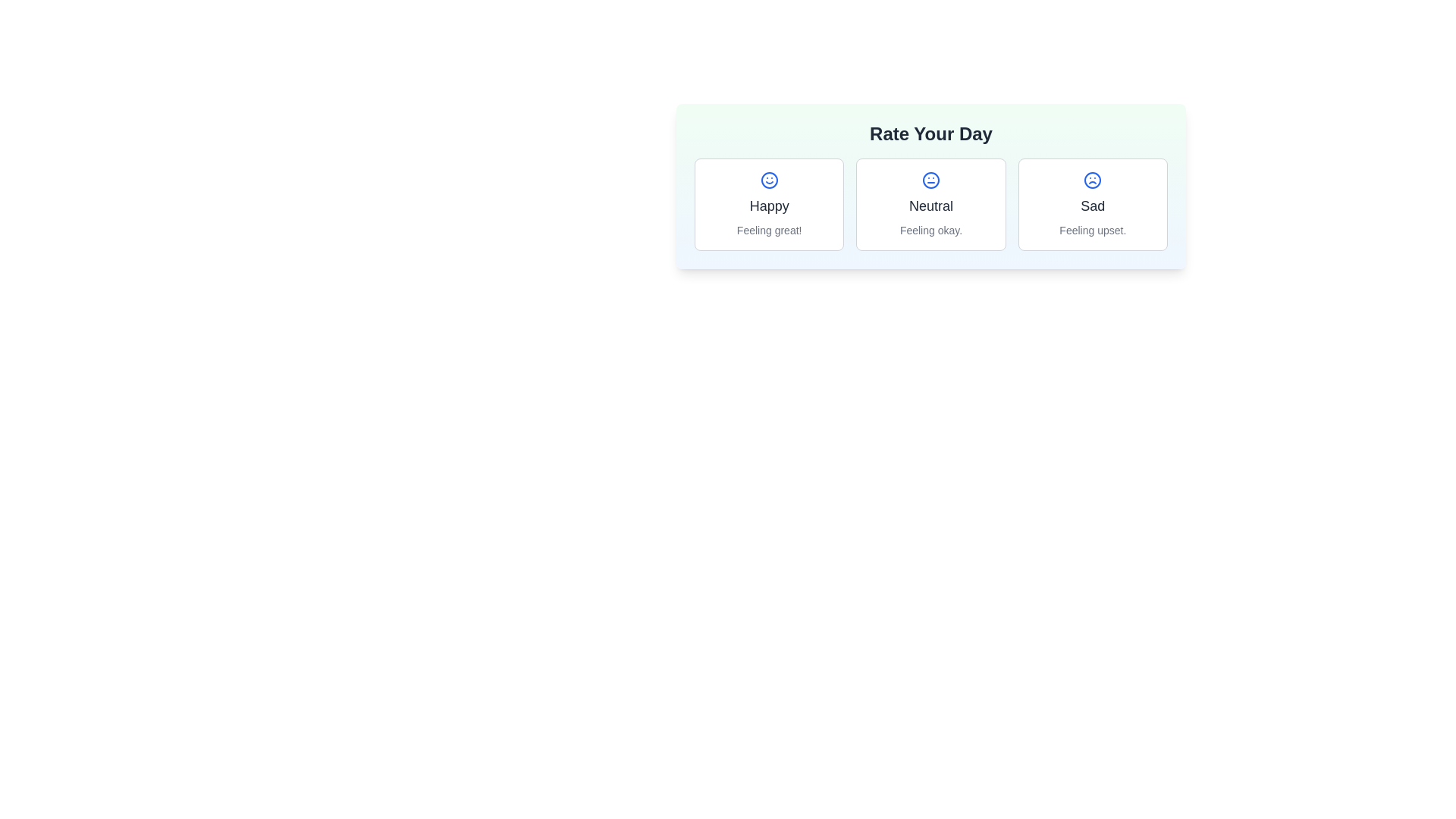 Image resolution: width=1456 pixels, height=819 pixels. I want to click on the 'Neutral' text label that identifies the neutral mood card in the mood rating interface, so click(930, 206).